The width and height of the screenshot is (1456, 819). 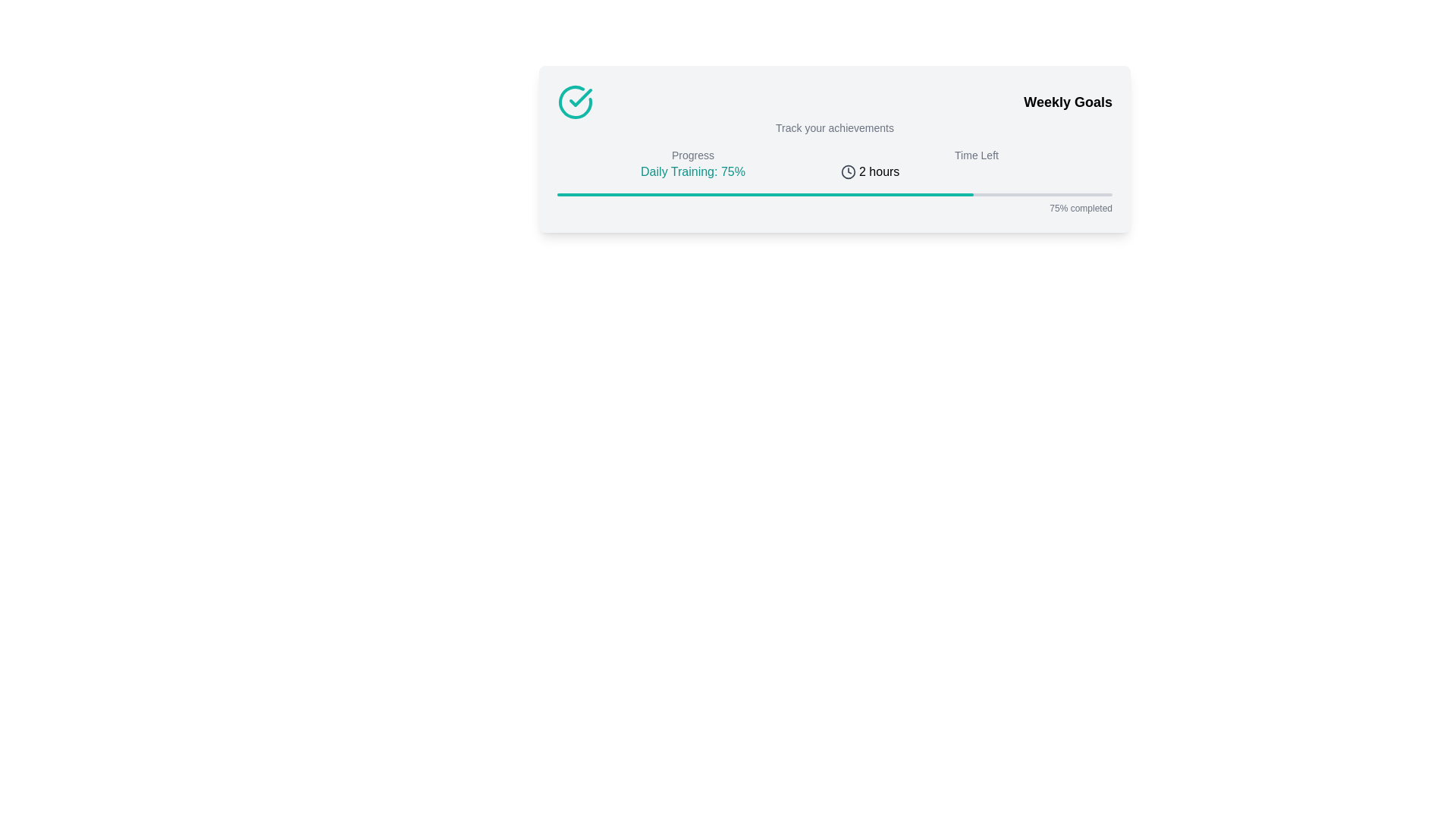 What do you see at coordinates (976, 164) in the screenshot?
I see `the 'Time Left' informational text element, which includes the gray label 'Time Left' and the accompanying text '2 hours' along with a small clock icon` at bounding box center [976, 164].